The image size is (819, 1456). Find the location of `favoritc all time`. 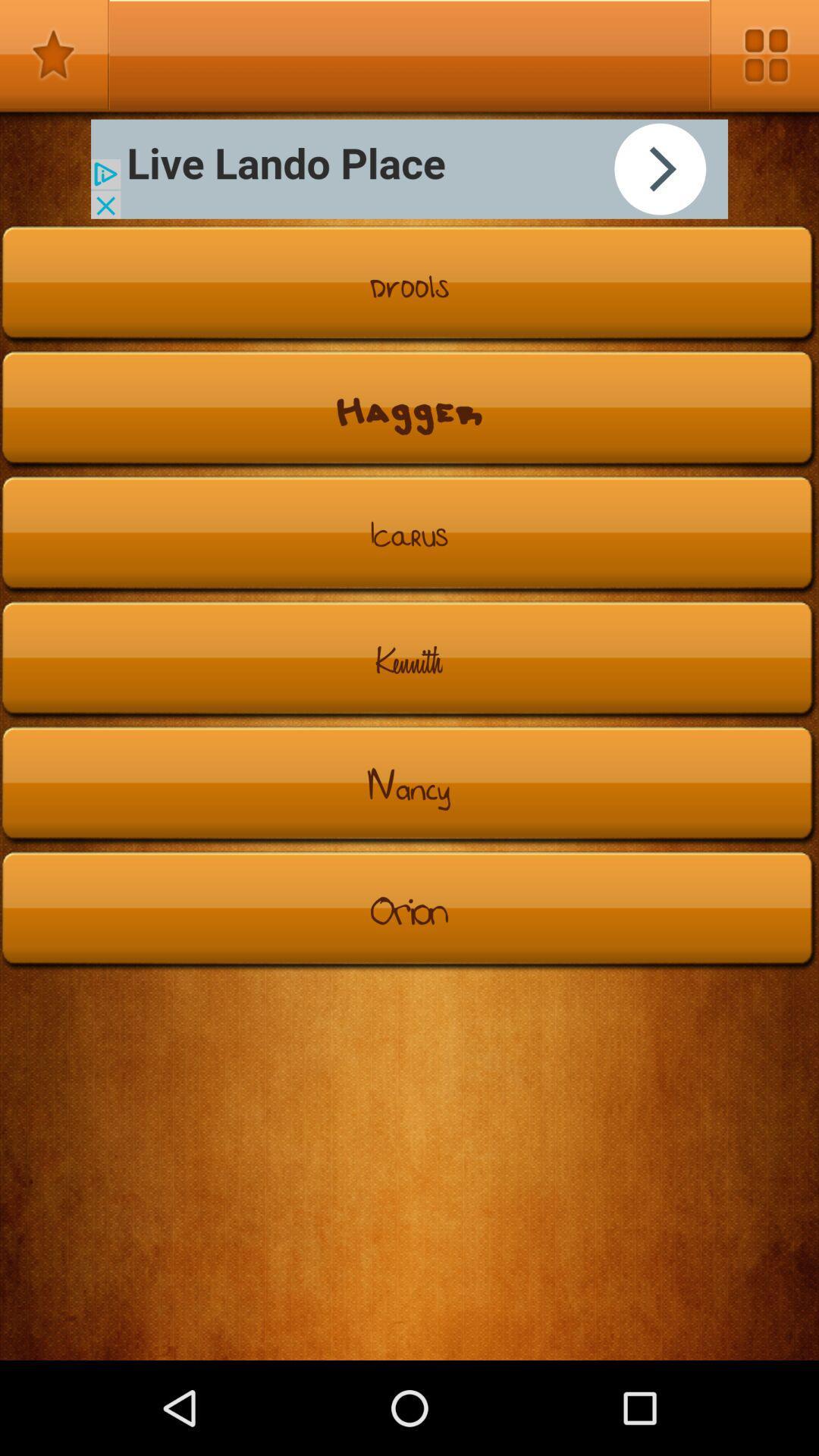

favoritc all time is located at coordinates (54, 55).